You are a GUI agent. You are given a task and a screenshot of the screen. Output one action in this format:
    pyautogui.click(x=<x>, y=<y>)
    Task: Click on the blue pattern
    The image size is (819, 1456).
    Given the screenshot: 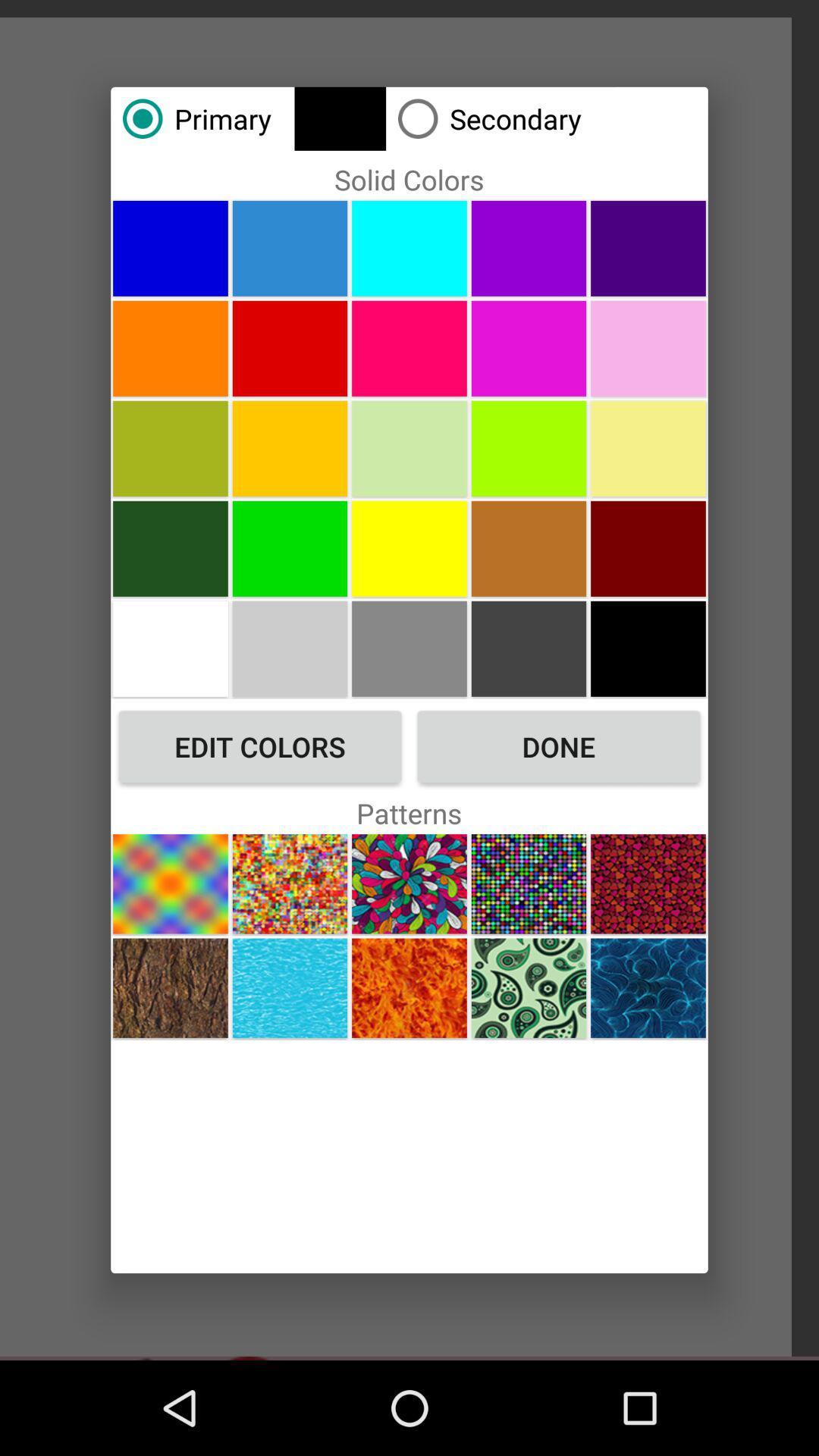 What is the action you would take?
    pyautogui.click(x=290, y=988)
    